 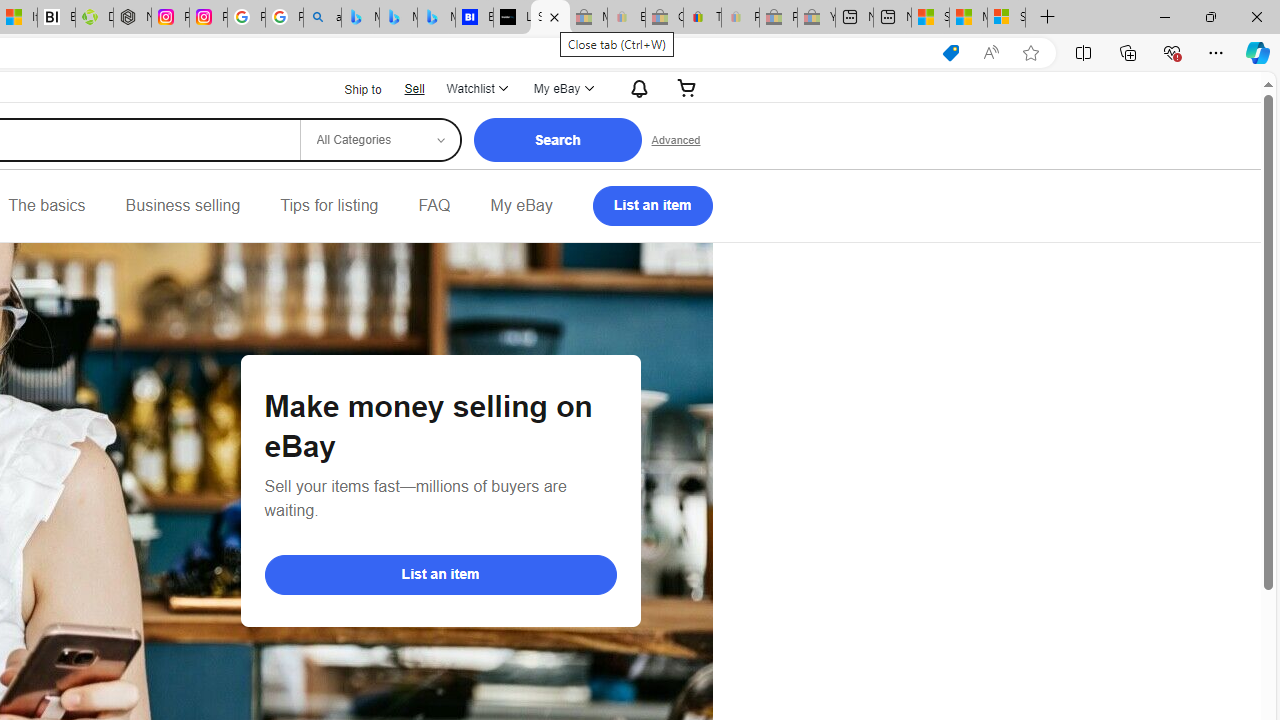 I want to click on 'Your shopping cart', so click(x=687, y=87).